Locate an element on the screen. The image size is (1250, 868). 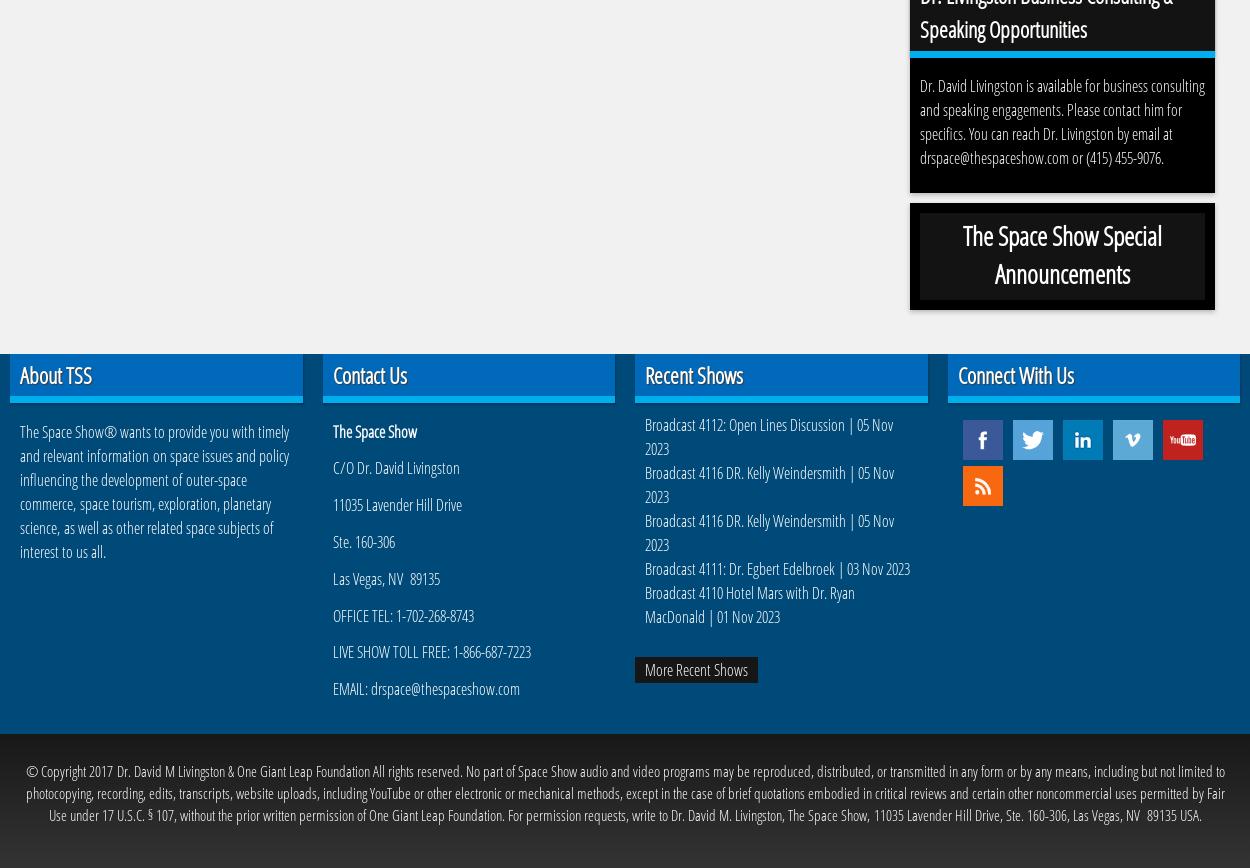
'The Space Show® wants to provide you with timely and relevant information on space issues and policy influencing the development of outer-space commerce, space tourism, exploration, planetary science, as well as other related space subjects of interest to us all.' is located at coordinates (154, 491).